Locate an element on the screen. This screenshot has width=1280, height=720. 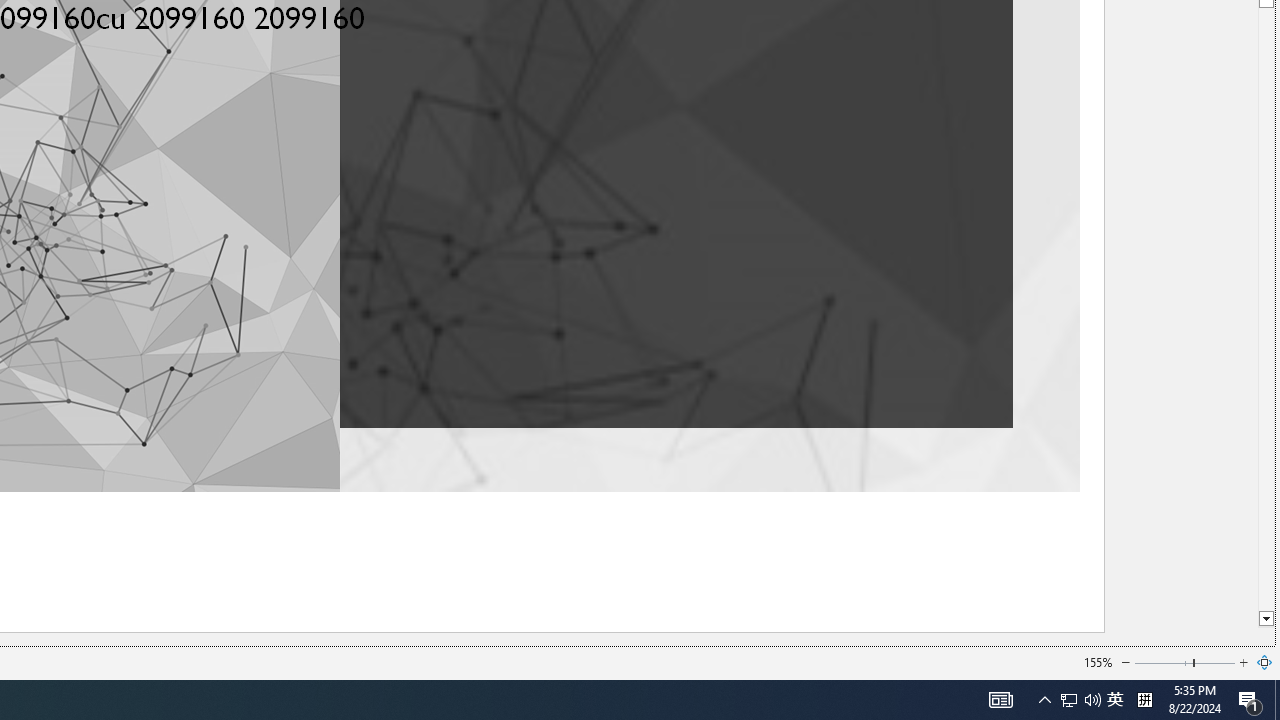
'155%' is located at coordinates (1097, 662).